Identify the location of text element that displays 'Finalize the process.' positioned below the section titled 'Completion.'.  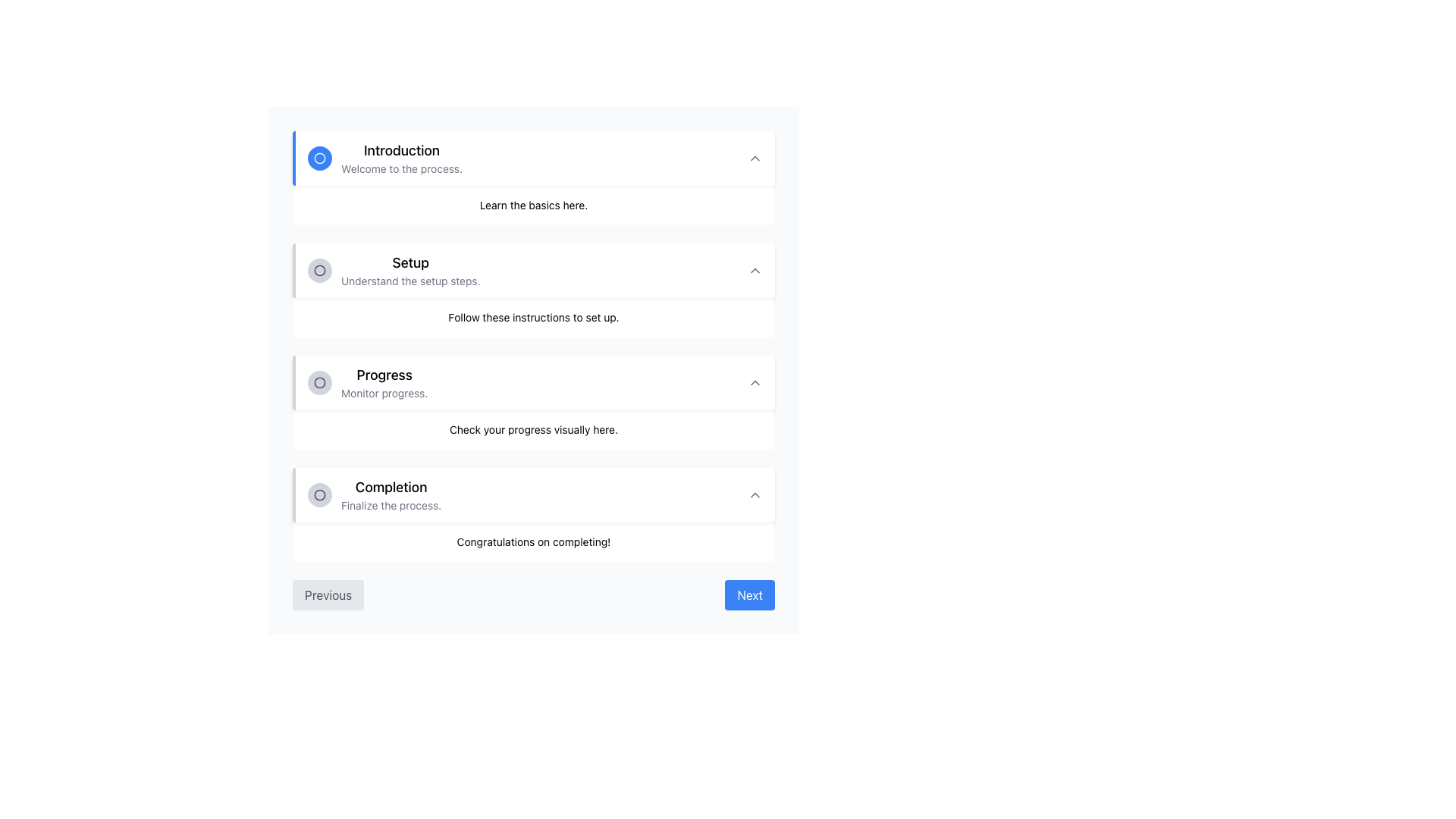
(391, 506).